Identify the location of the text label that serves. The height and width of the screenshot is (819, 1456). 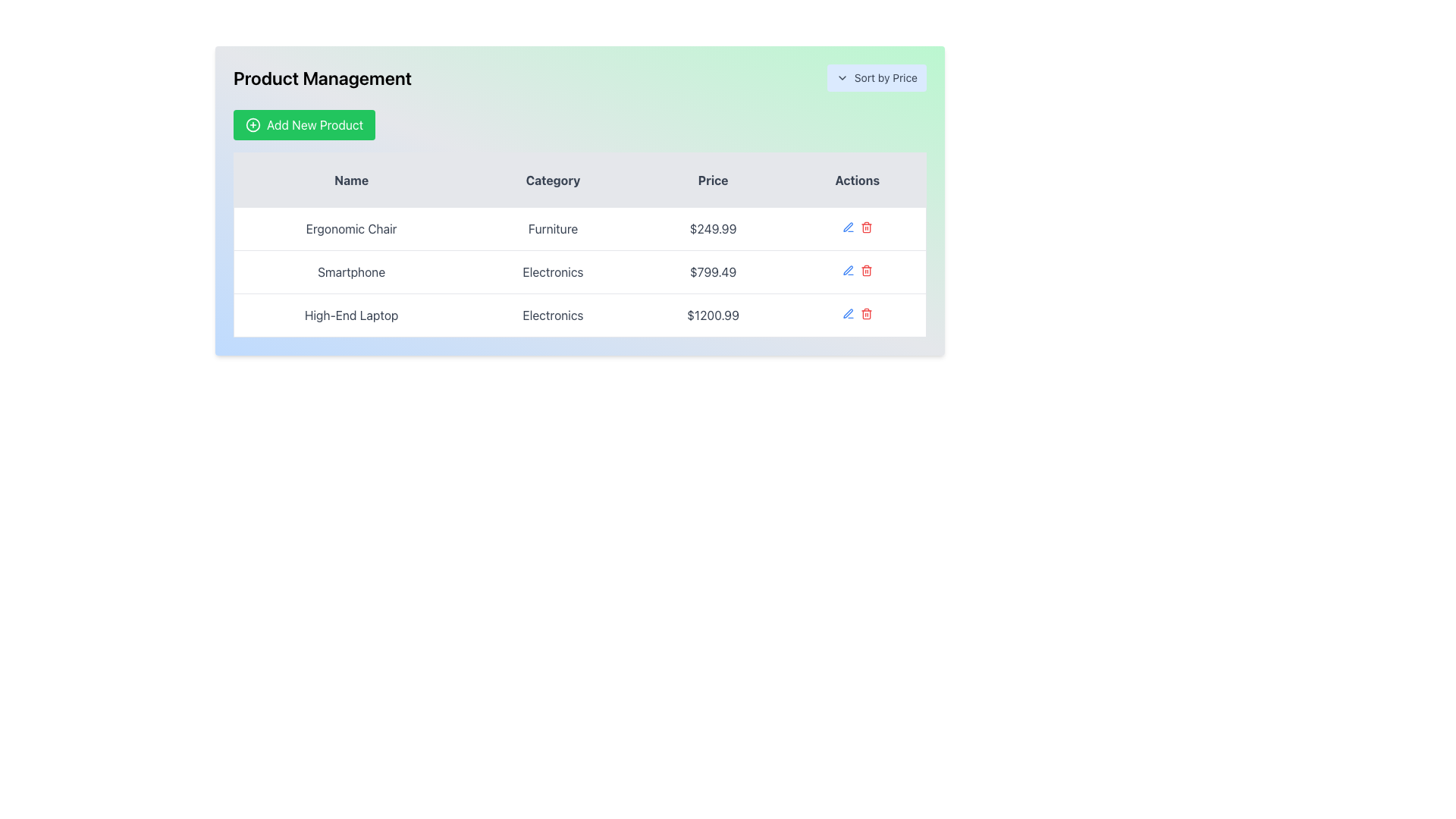
(712, 179).